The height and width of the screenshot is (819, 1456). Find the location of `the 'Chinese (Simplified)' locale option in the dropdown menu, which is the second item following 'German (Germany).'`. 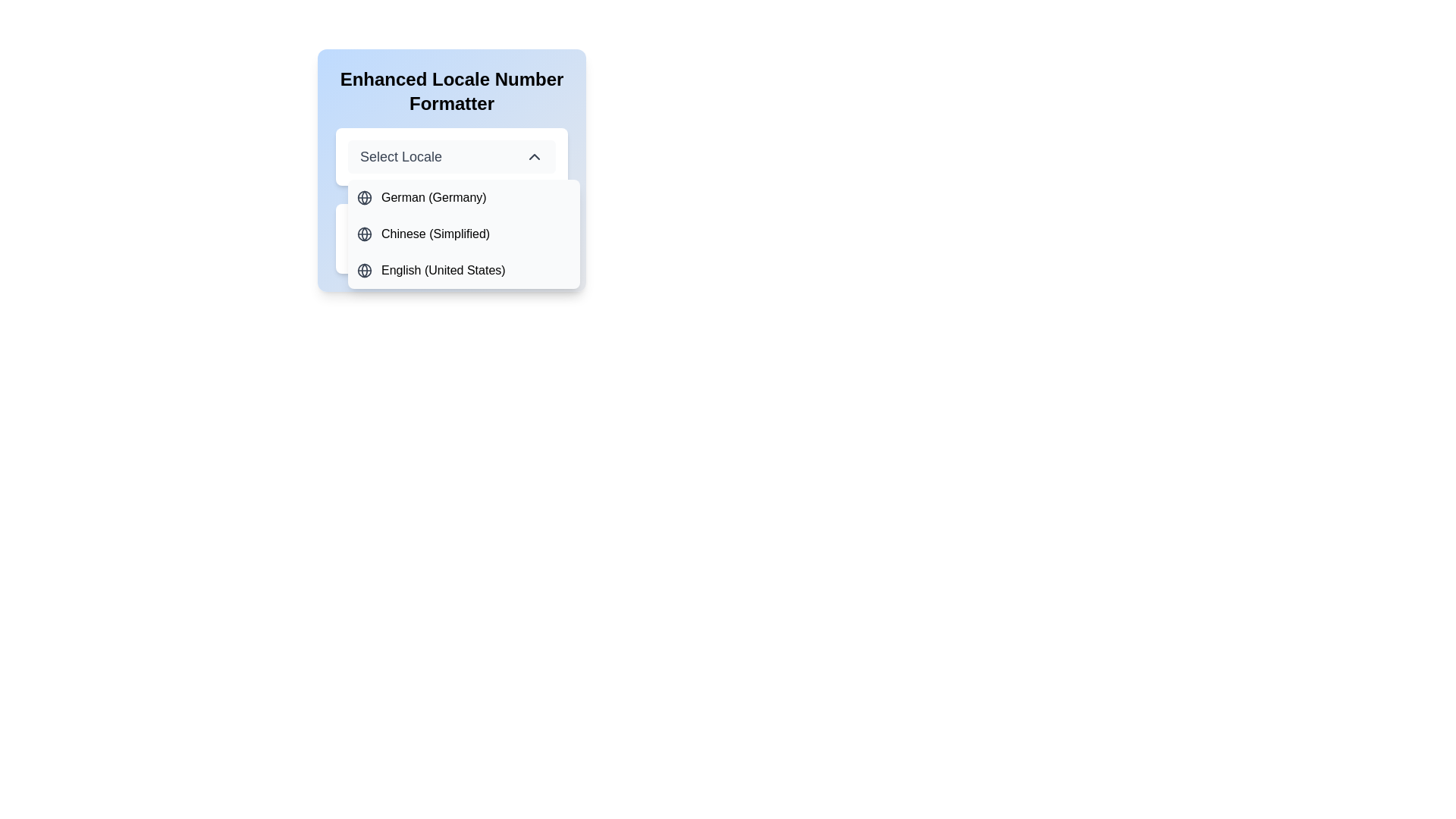

the 'Chinese (Simplified)' locale option in the dropdown menu, which is the second item following 'German (Germany).' is located at coordinates (435, 234).